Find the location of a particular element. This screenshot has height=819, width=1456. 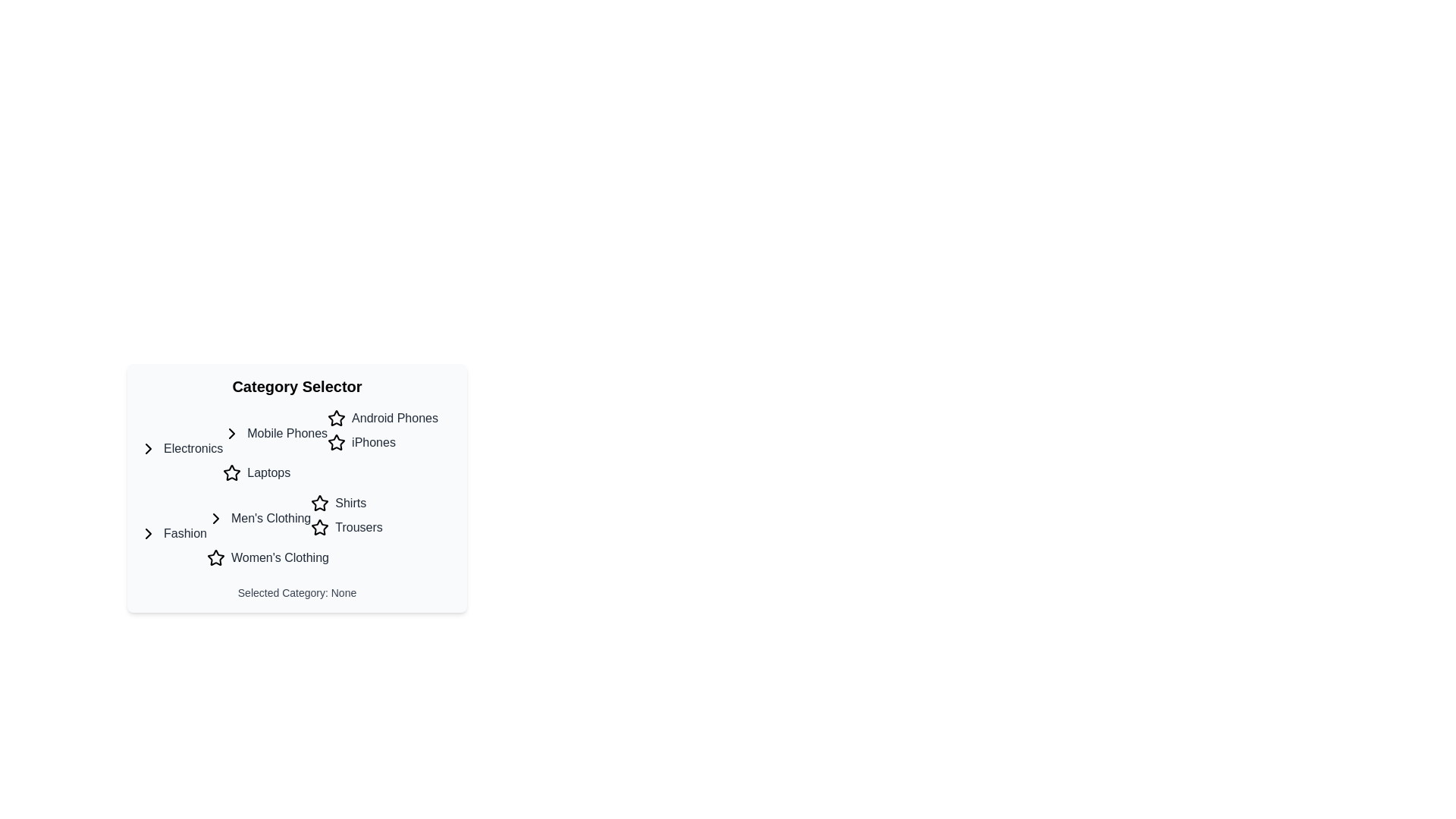

the star icon with a hollow center, outlined in black, next to the 'Trousers' label is located at coordinates (319, 526).